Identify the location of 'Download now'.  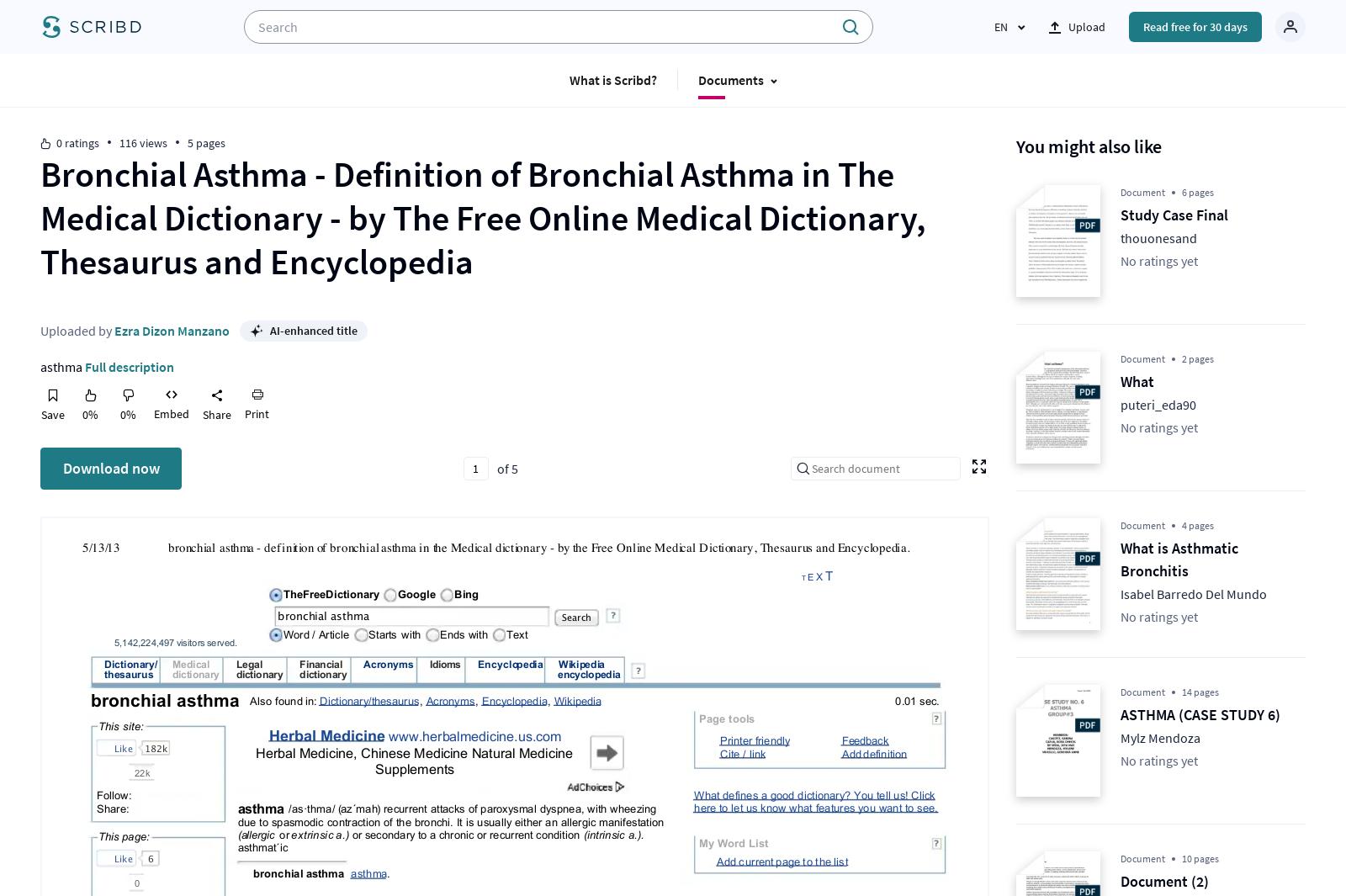
(109, 468).